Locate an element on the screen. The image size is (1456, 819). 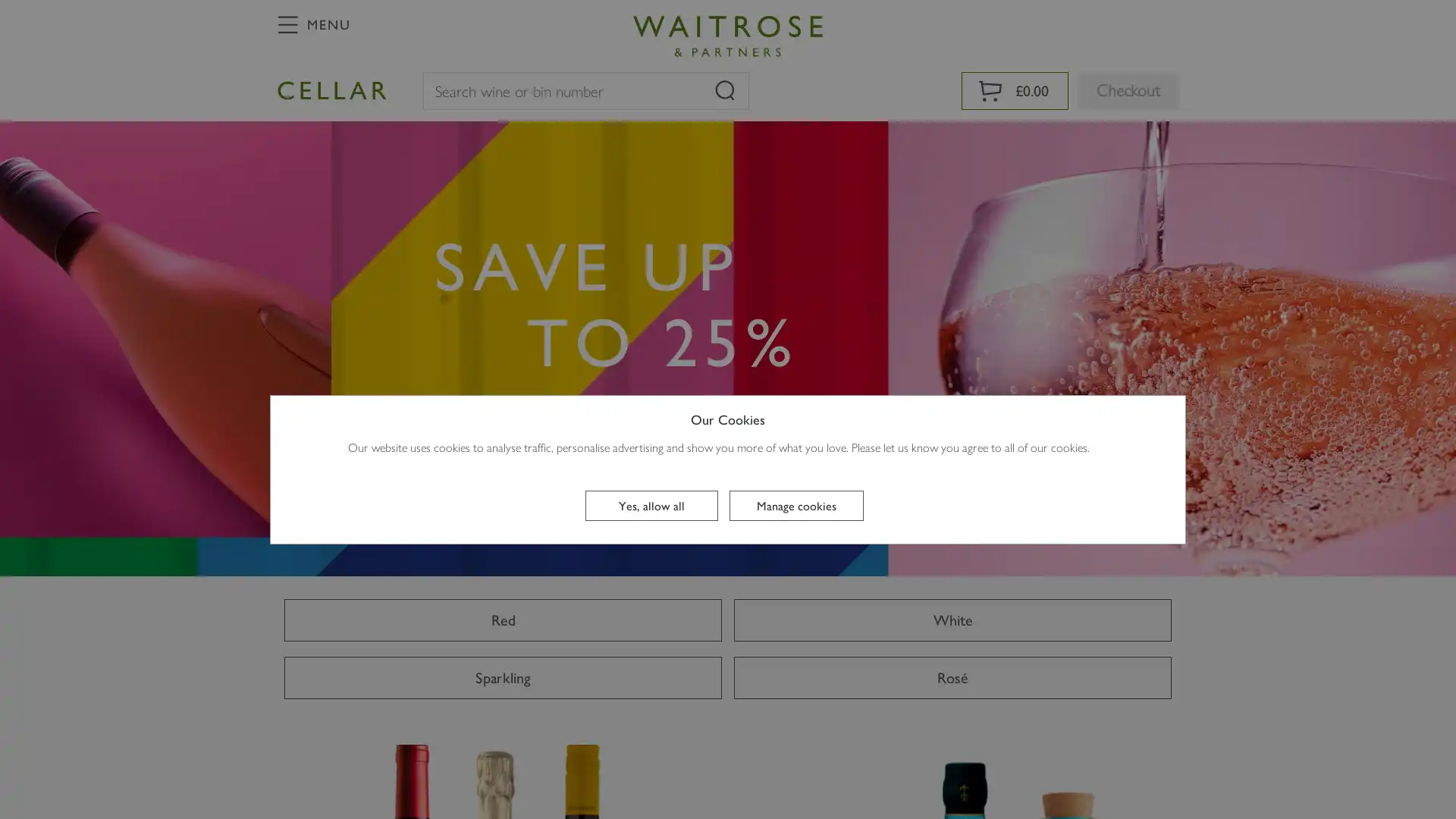
Accept selected is located at coordinates (729, 666).